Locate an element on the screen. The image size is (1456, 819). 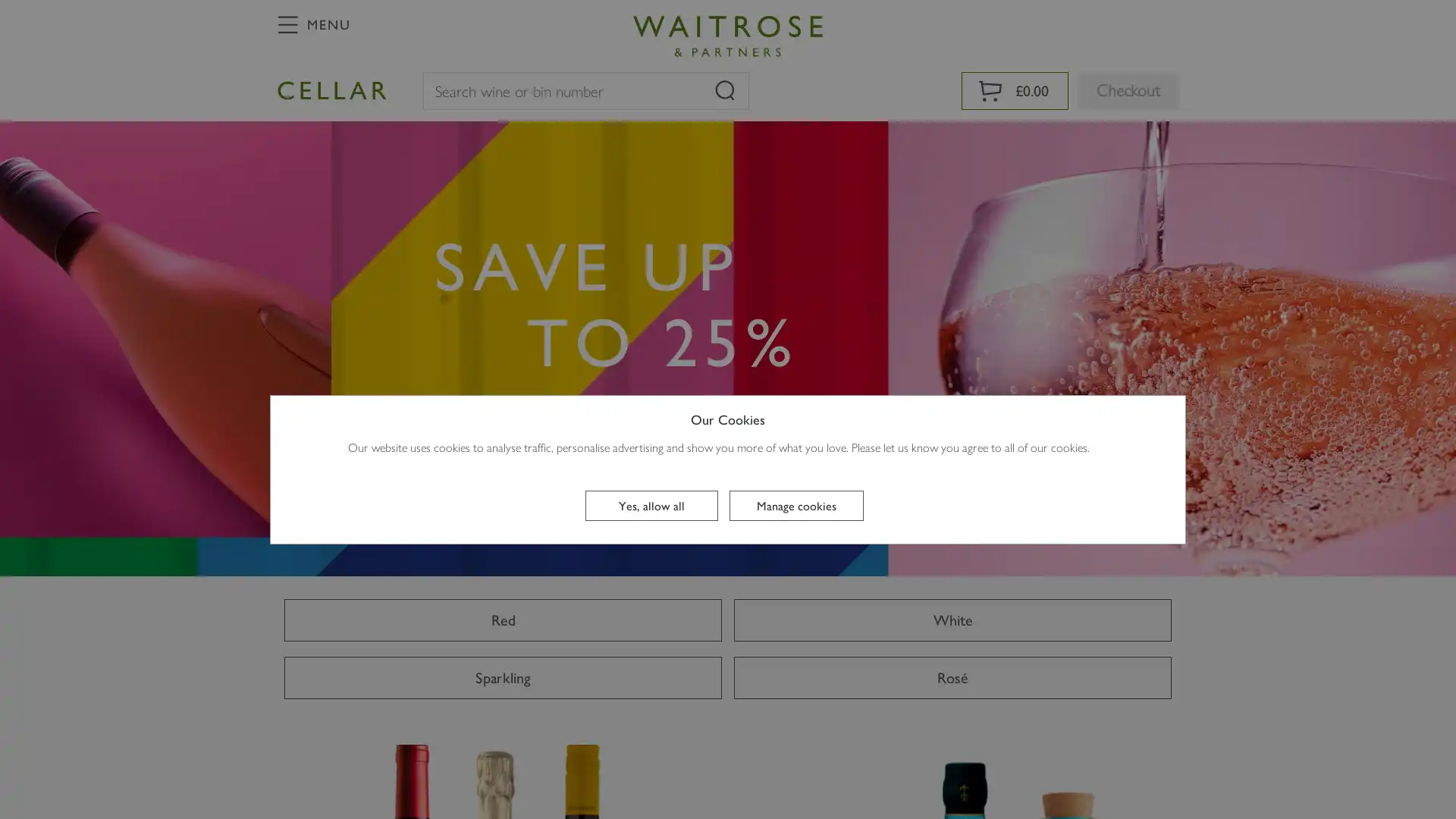
Accept selected is located at coordinates (729, 666).